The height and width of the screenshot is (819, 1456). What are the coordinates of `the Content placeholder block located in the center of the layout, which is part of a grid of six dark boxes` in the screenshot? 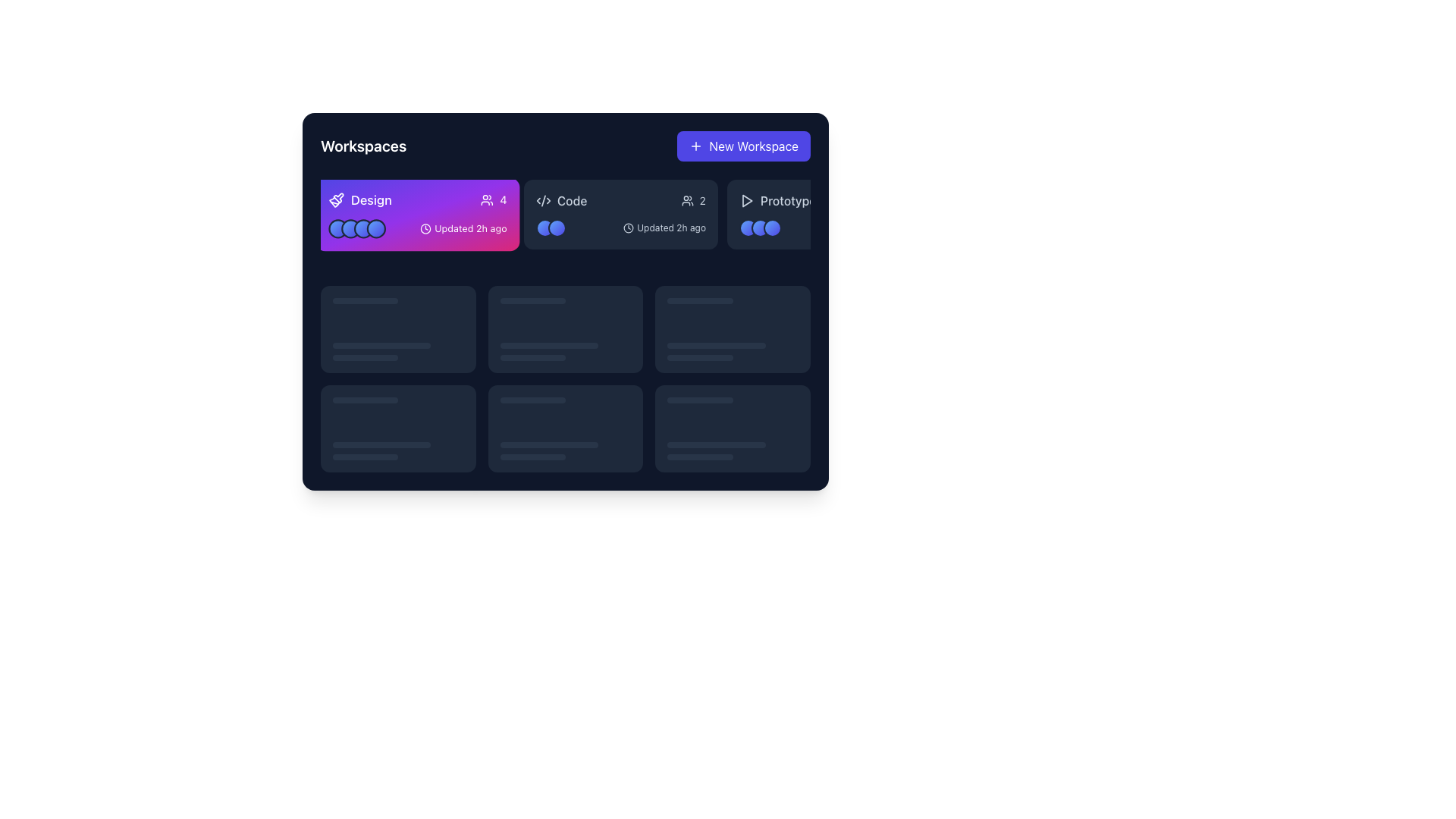 It's located at (564, 301).